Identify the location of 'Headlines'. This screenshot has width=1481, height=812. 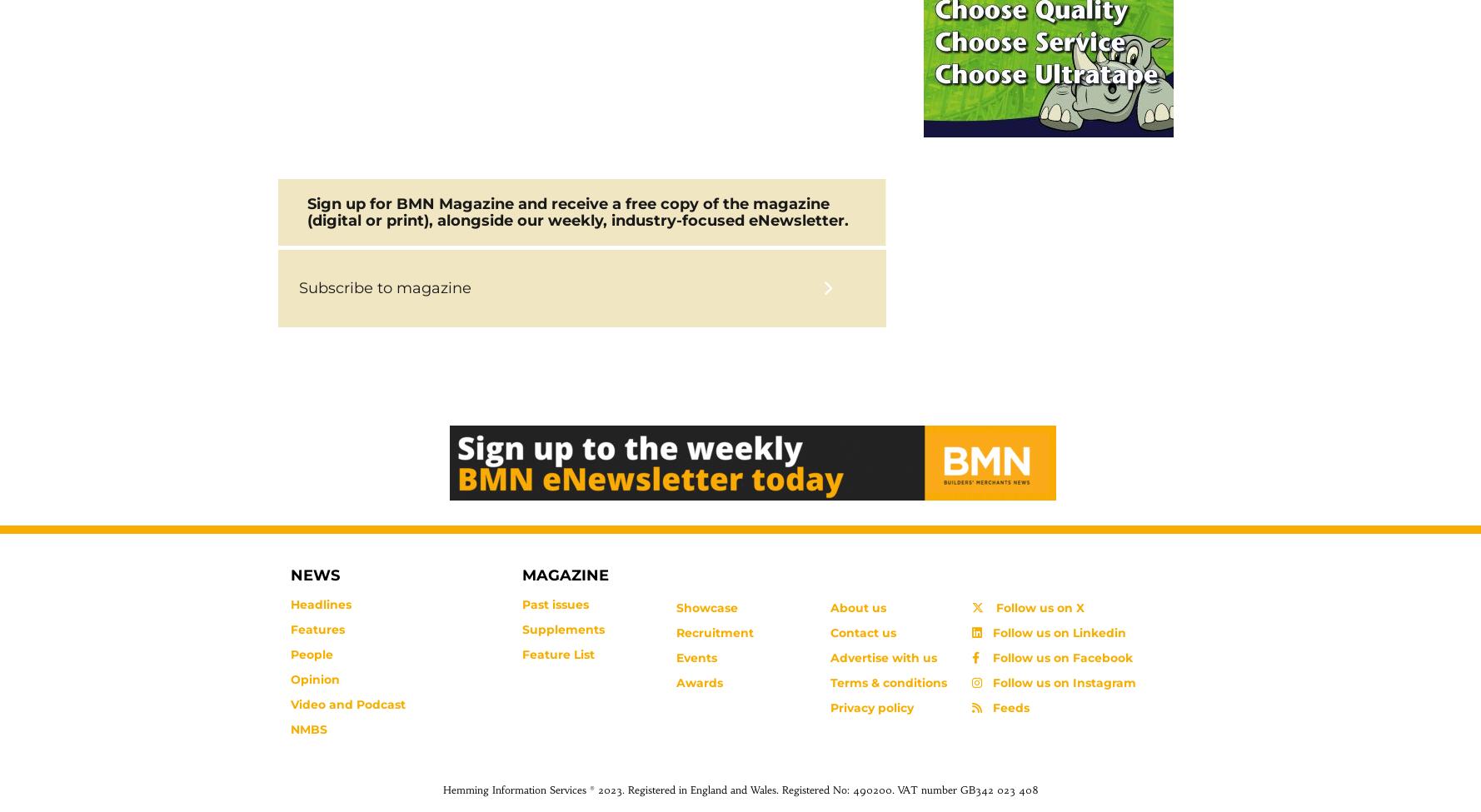
(321, 603).